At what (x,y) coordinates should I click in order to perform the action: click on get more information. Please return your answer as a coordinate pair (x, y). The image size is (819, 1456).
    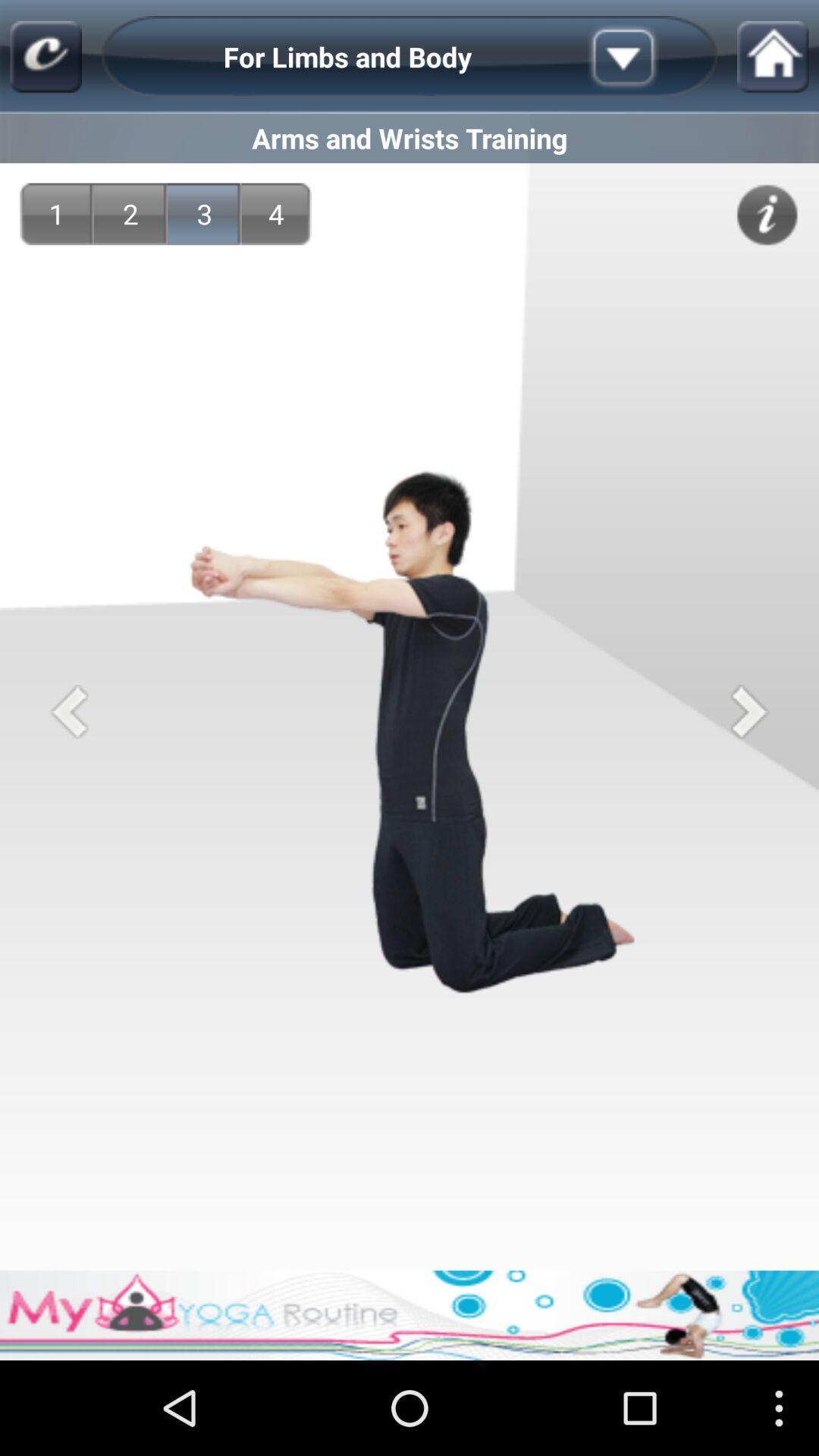
    Looking at the image, I should click on (767, 214).